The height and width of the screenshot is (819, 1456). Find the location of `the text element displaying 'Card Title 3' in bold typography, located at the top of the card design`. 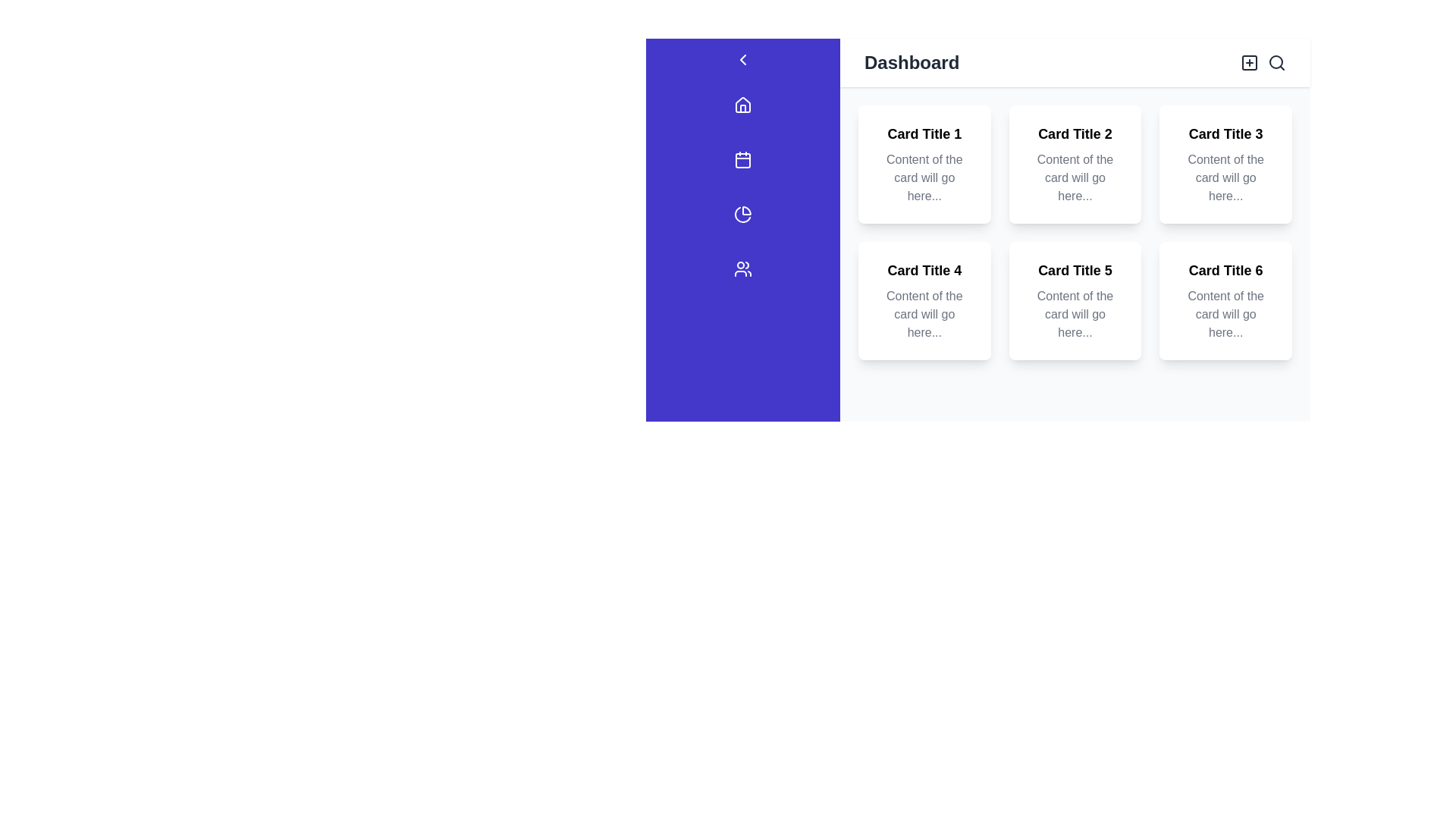

the text element displaying 'Card Title 3' in bold typography, located at the top of the card design is located at coordinates (1225, 133).